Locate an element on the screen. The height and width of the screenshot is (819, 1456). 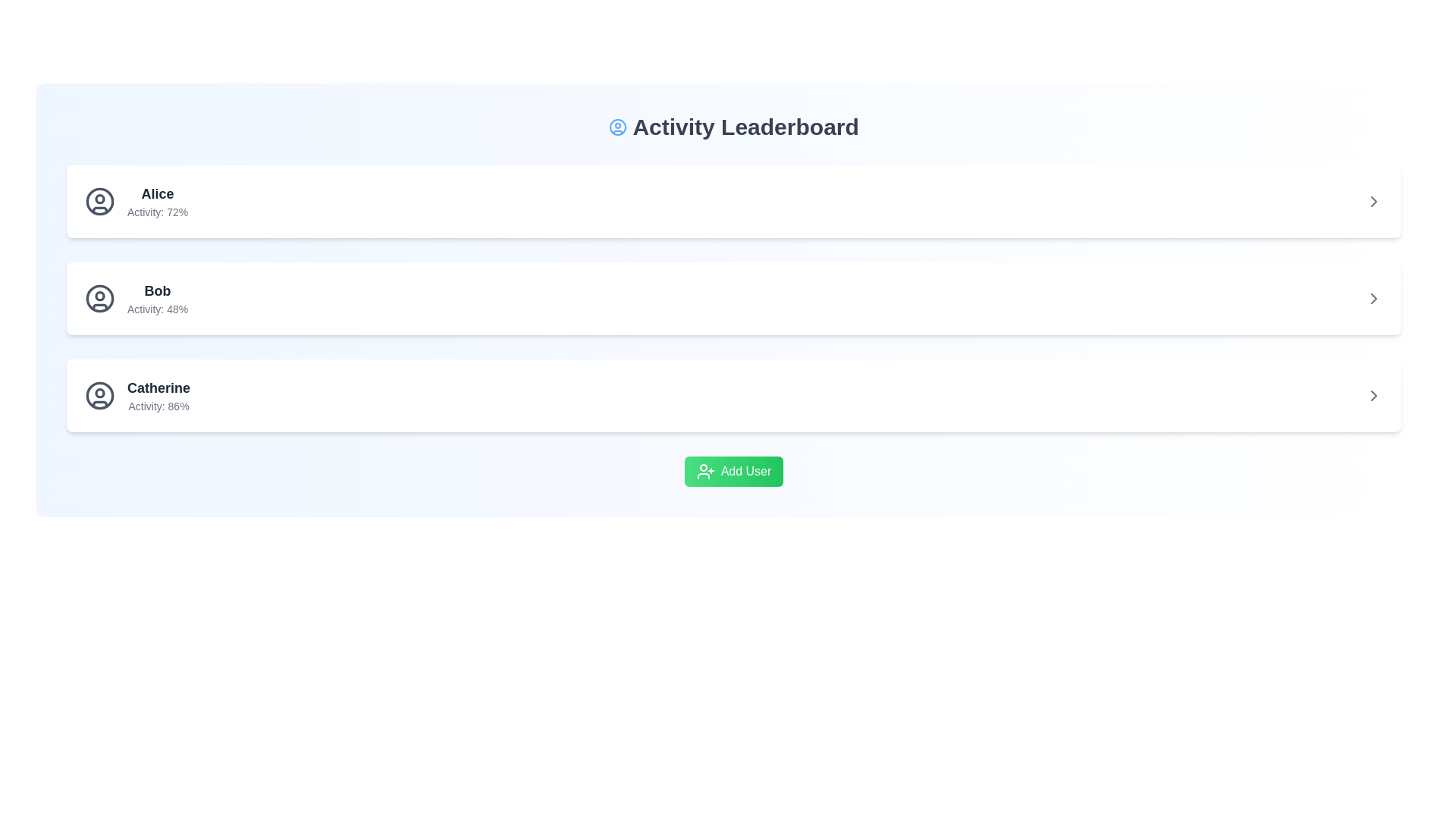
the circular user silhouette icon located to the left of the name 'Alice' is located at coordinates (99, 201).